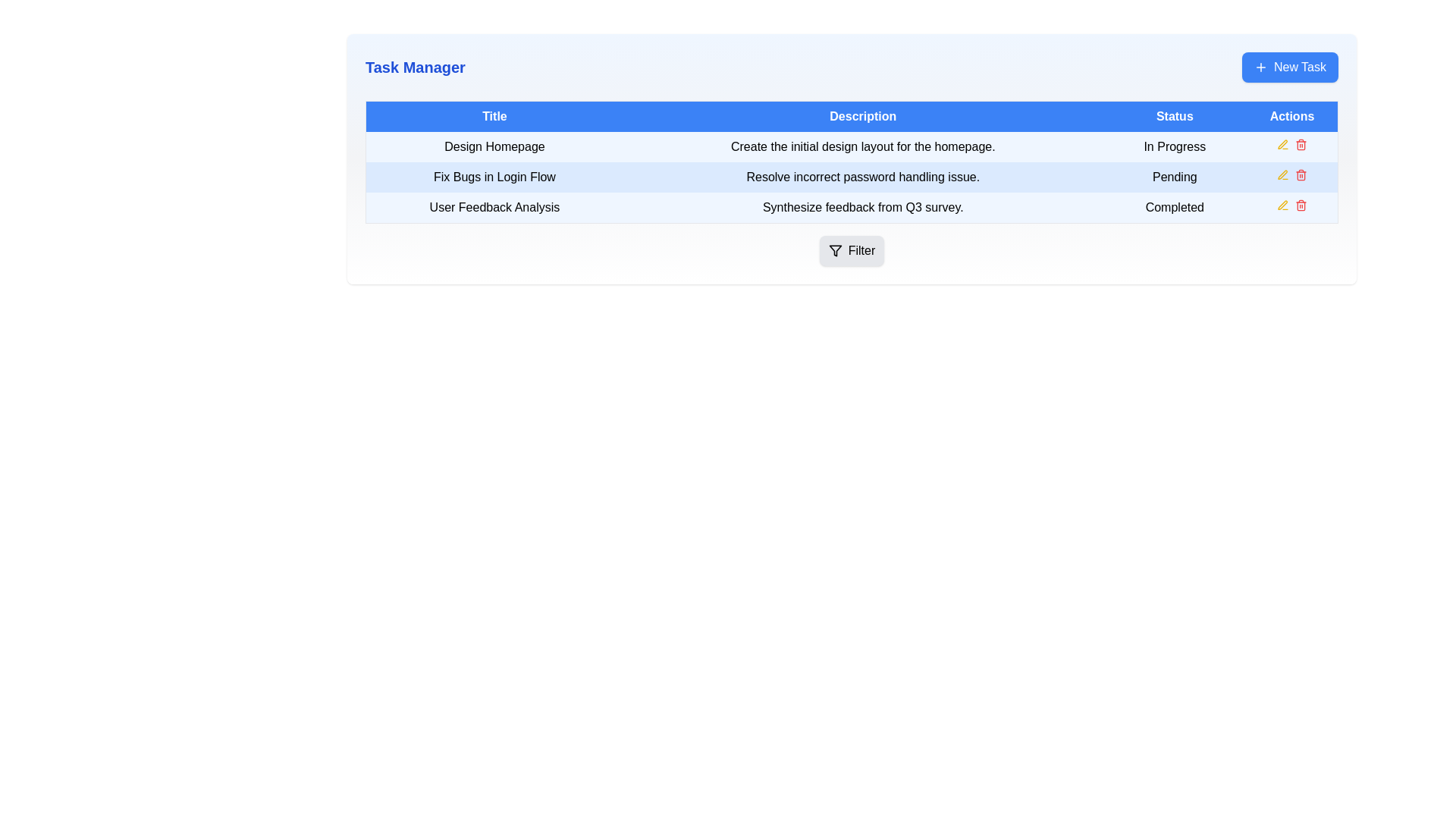  Describe the element at coordinates (494, 146) in the screenshot. I see `the text label 'Design Homepage' located in the 'Title' column of the table under the 'Task Manager' heading` at that location.